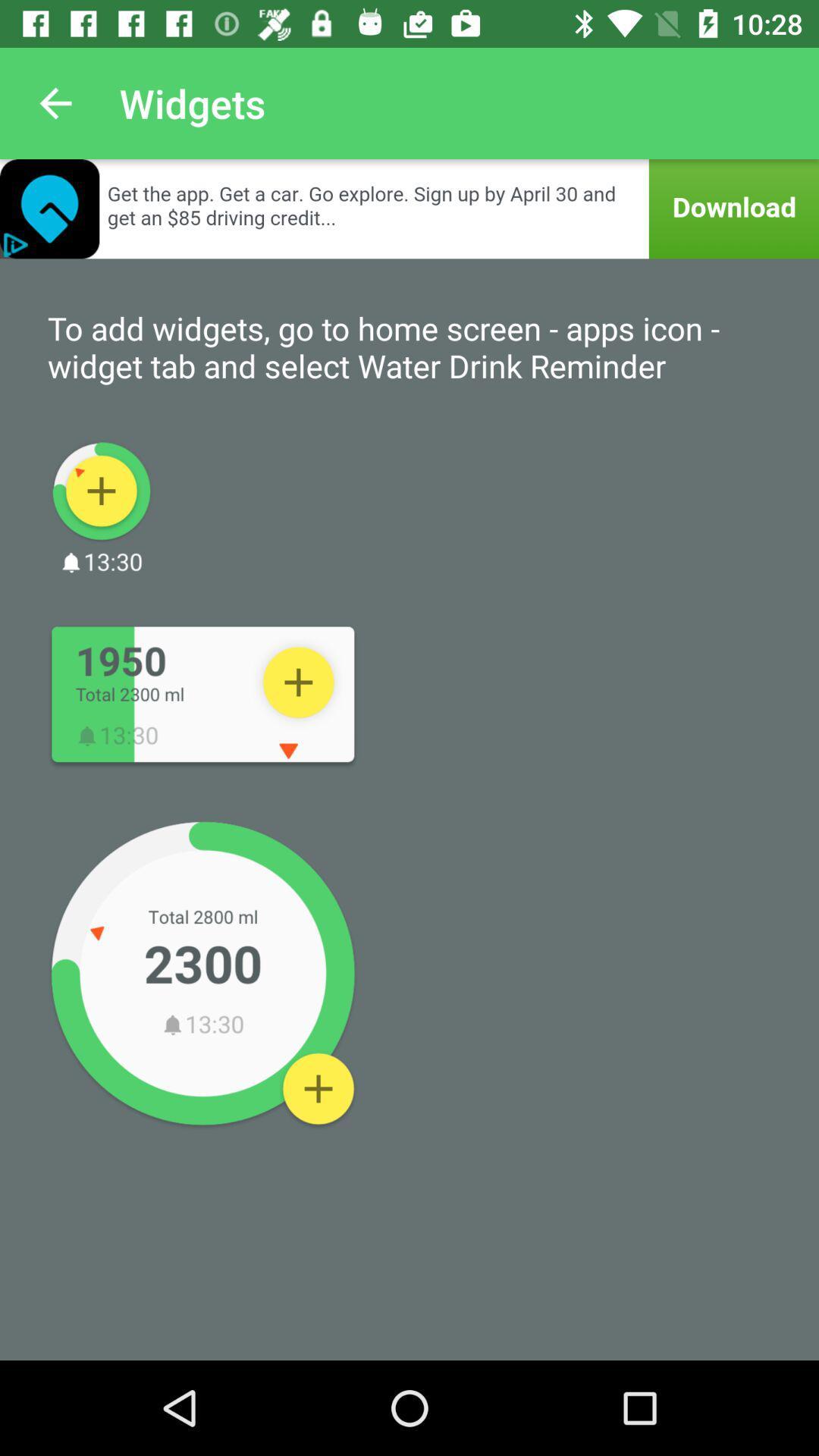 The height and width of the screenshot is (1456, 819). Describe the element at coordinates (55, 102) in the screenshot. I see `item to the left of the widgets icon` at that location.